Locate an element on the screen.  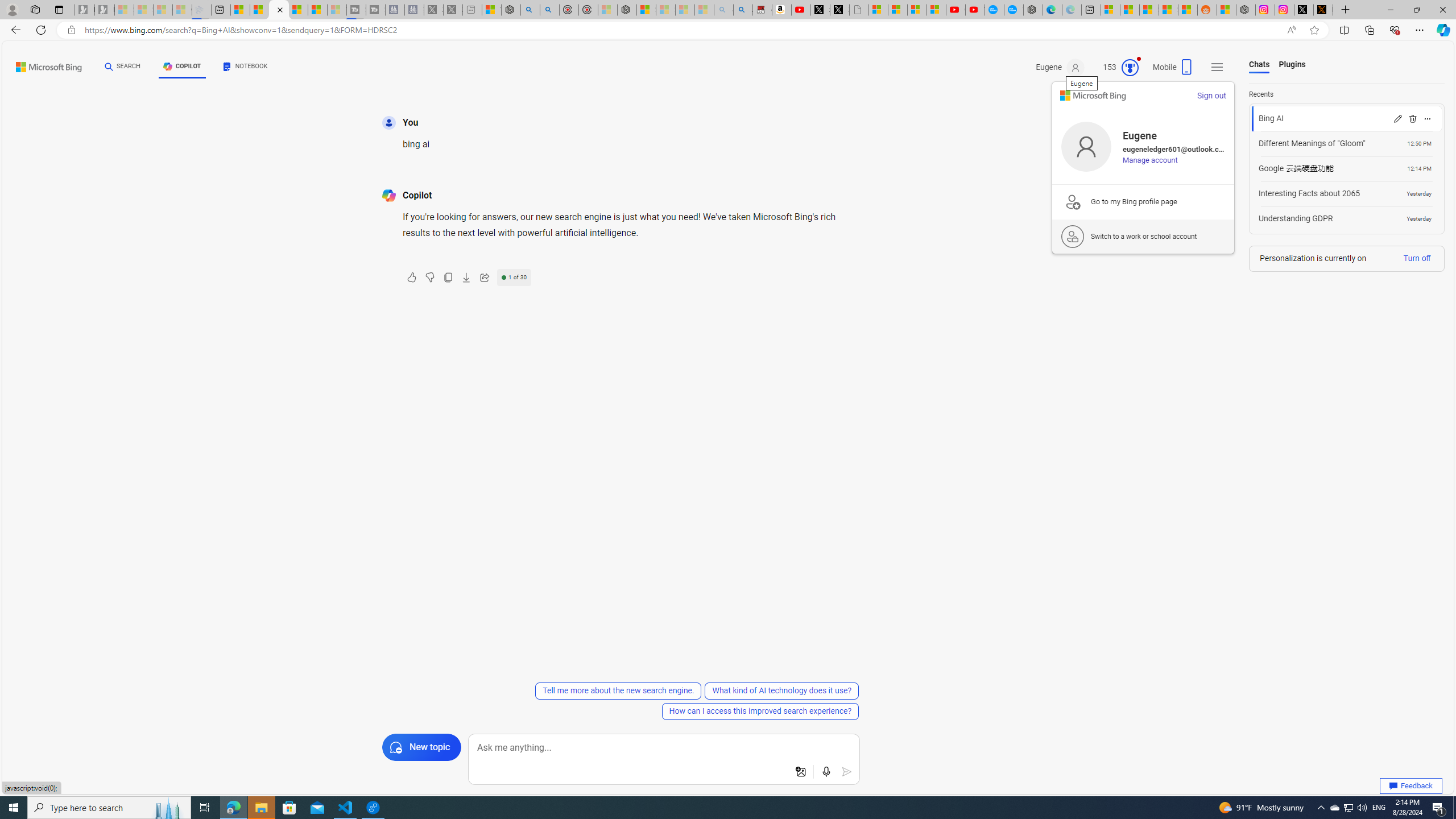
'poe - Search' is located at coordinates (529, 9).